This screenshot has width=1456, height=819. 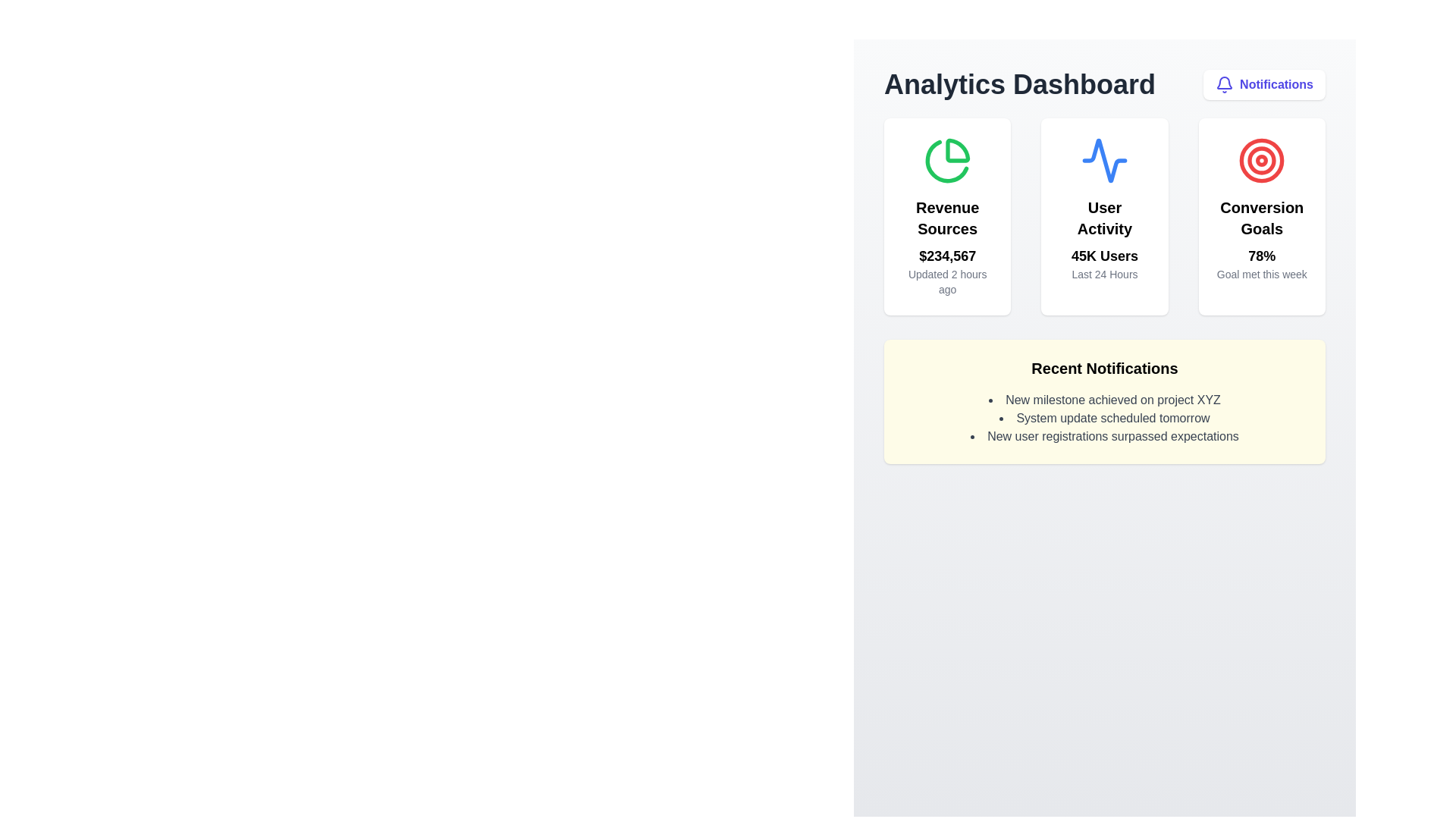 I want to click on the heading or text label located at the top of the first card in a horizontal row of three cards on the dashboard, so click(x=946, y=218).